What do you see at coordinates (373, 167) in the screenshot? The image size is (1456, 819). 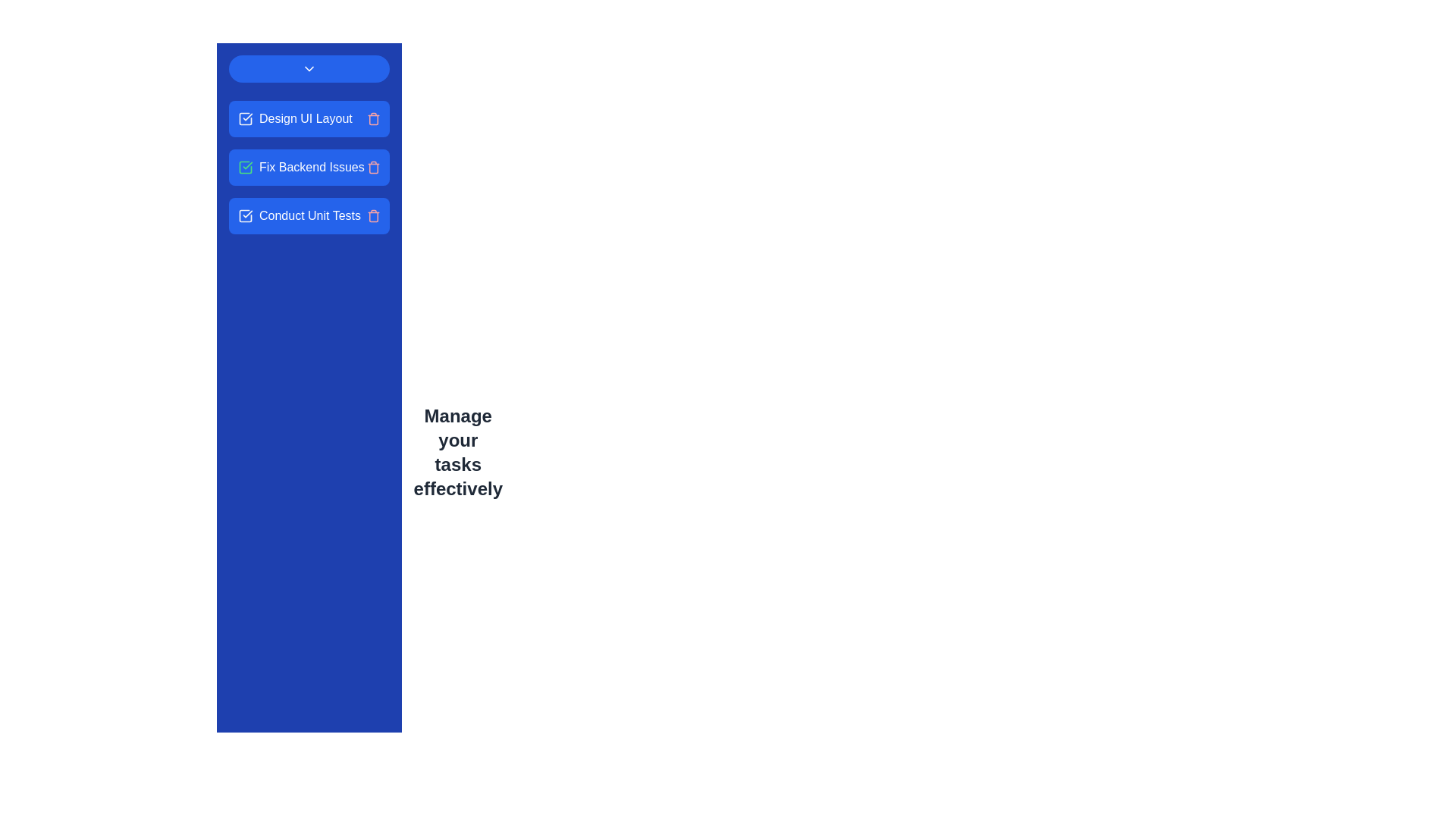 I see `the delete button located on the right-hand side of the 'Fix Backend Issues' entry` at bounding box center [373, 167].